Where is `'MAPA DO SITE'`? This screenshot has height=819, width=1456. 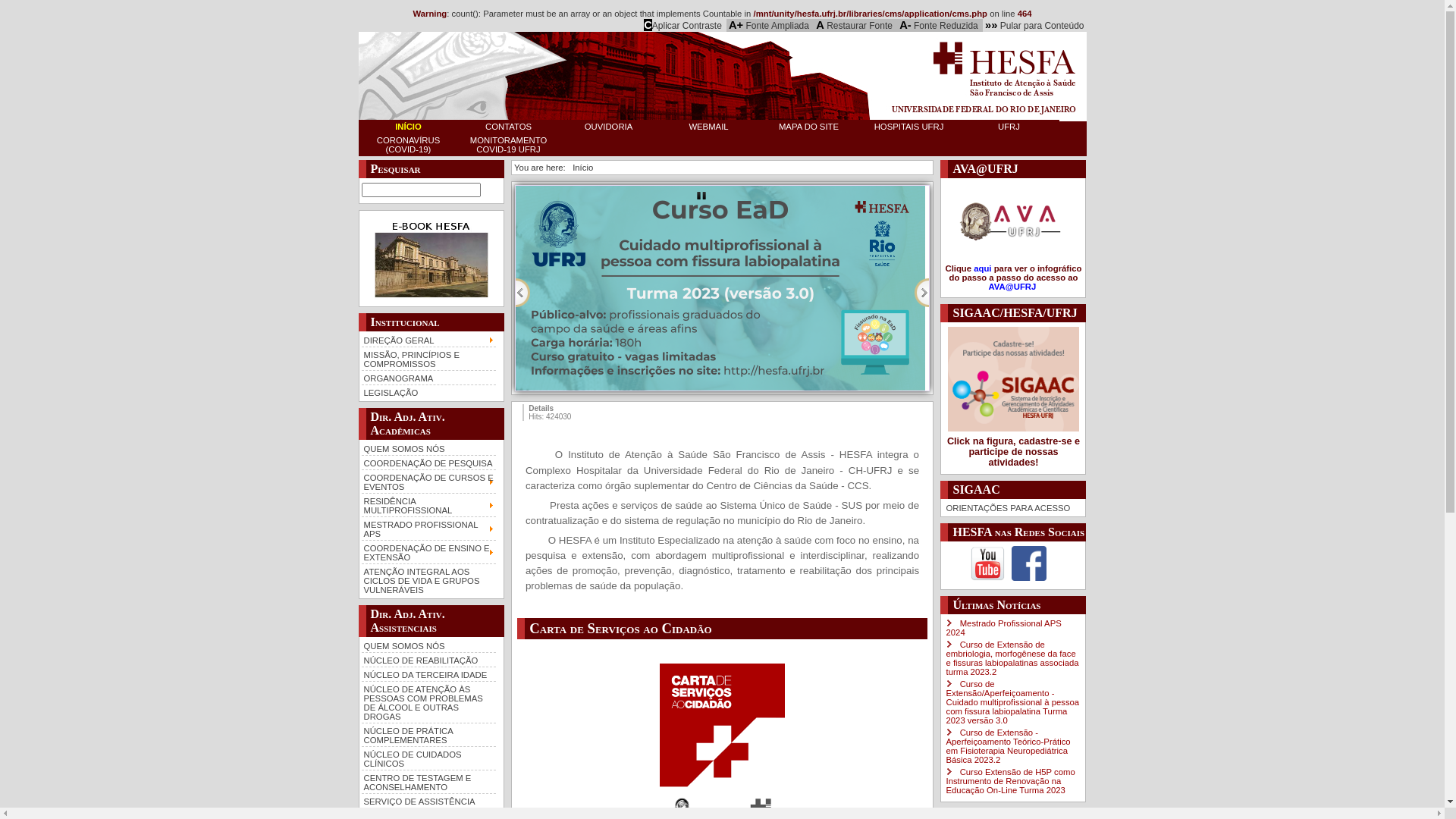
'MAPA DO SITE' is located at coordinates (758, 125).